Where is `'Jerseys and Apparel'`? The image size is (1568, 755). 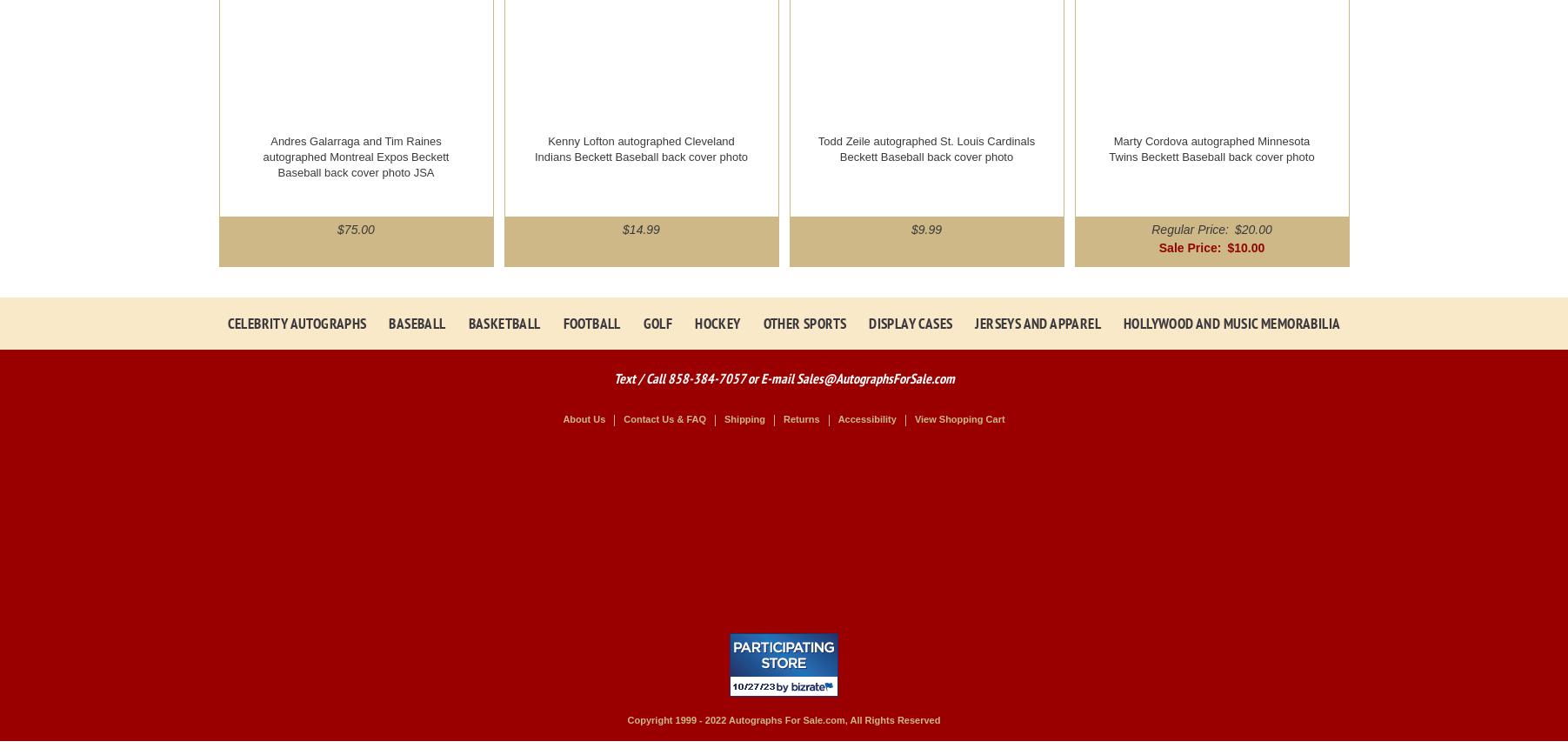
'Jerseys and Apparel' is located at coordinates (1037, 322).